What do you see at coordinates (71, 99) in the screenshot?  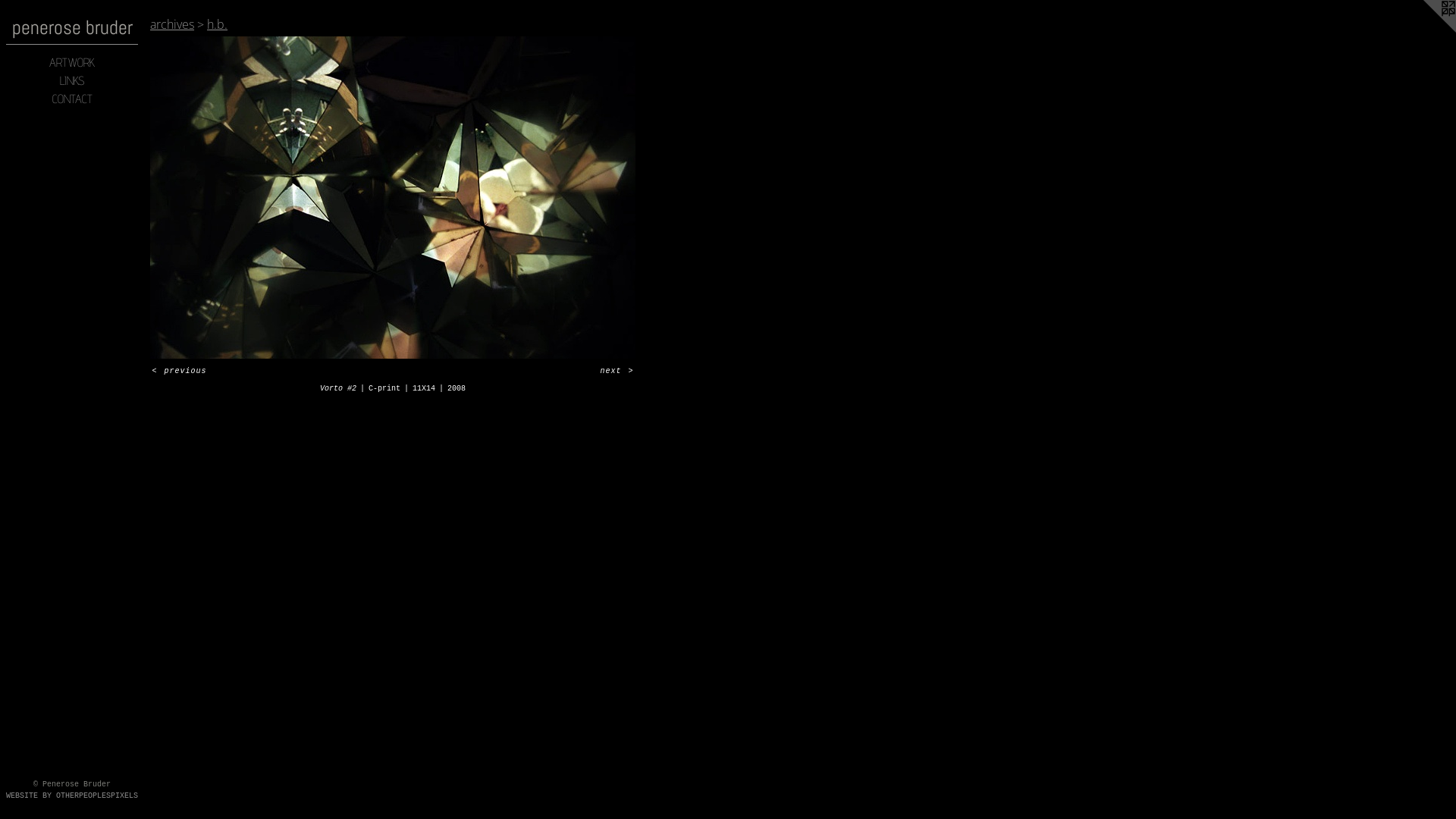 I see `'CONTACT'` at bounding box center [71, 99].